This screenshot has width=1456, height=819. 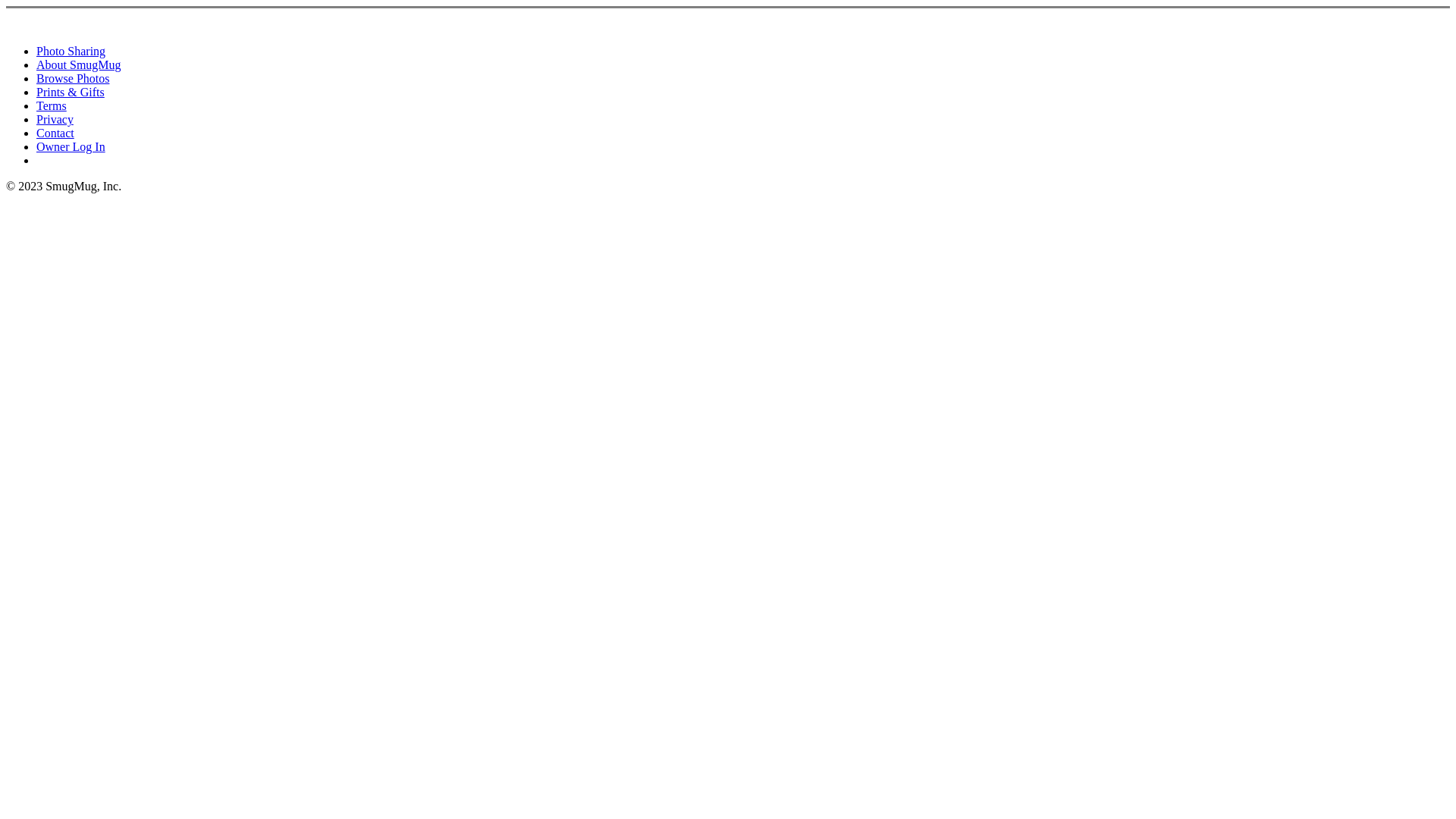 I want to click on 'Privacy', so click(x=55, y=118).